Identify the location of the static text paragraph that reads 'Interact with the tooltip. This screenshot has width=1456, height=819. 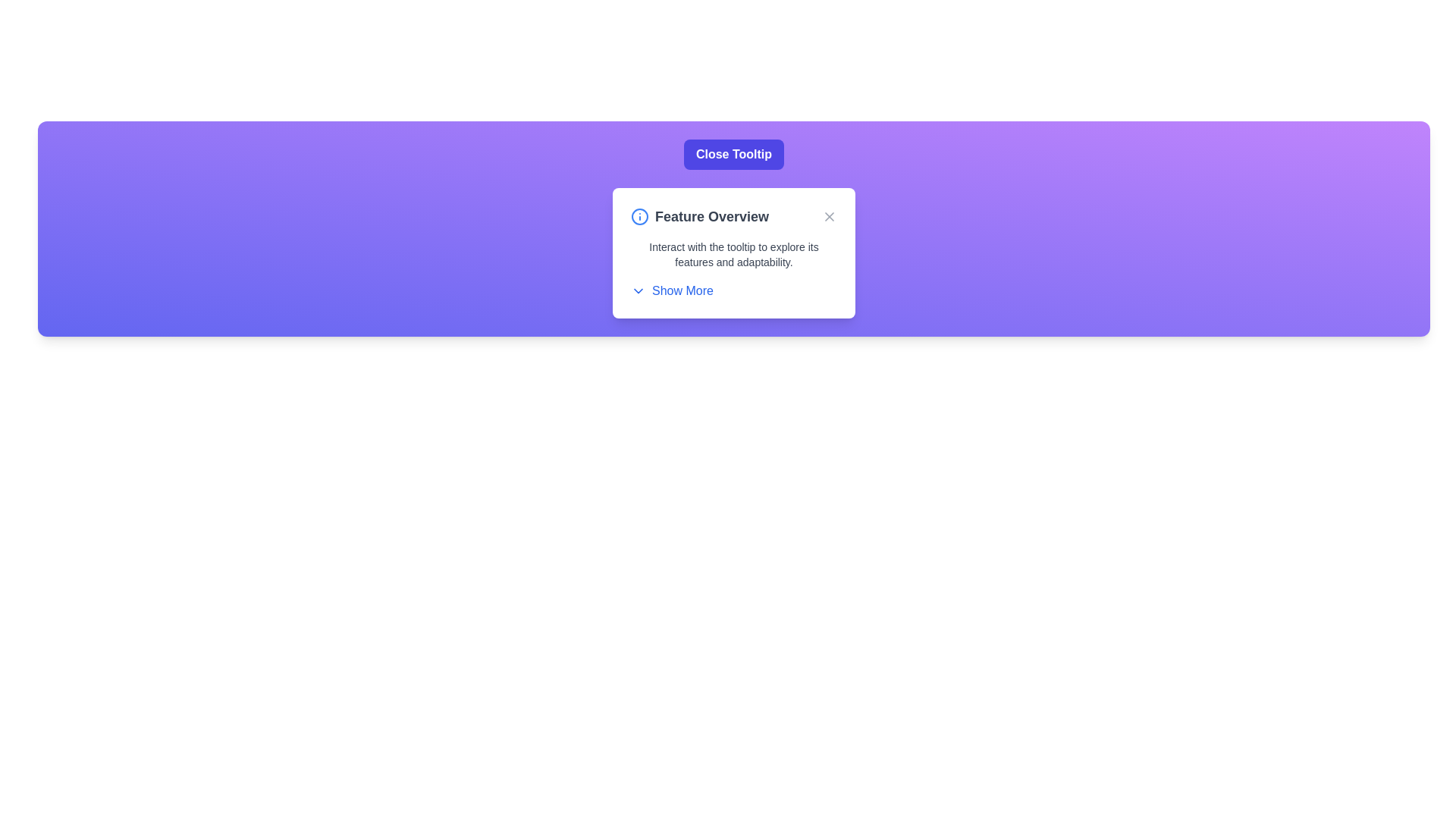
(734, 253).